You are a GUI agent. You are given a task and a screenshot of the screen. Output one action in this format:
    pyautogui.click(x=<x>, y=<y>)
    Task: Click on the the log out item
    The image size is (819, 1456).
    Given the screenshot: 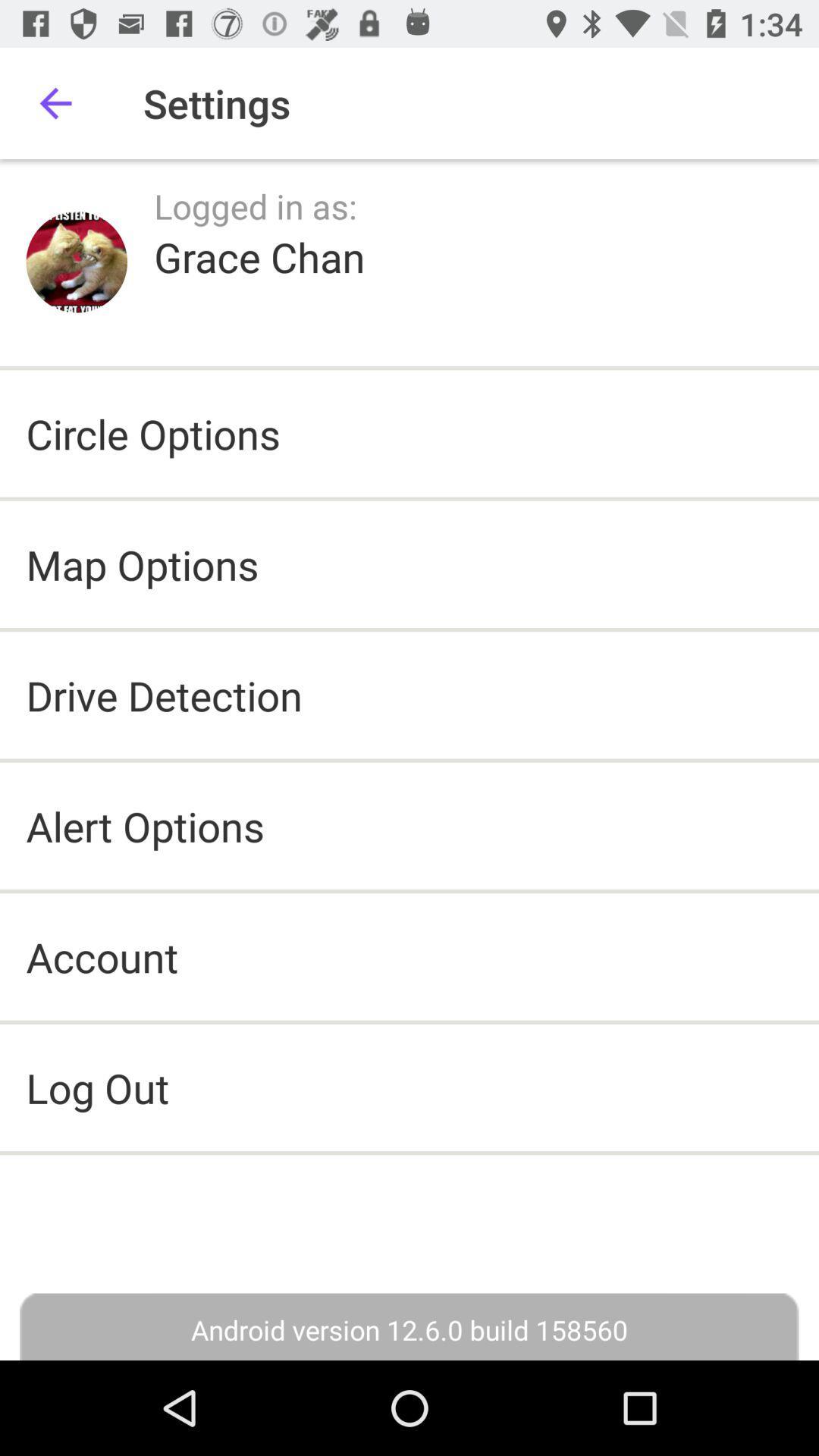 What is the action you would take?
    pyautogui.click(x=409, y=1087)
    